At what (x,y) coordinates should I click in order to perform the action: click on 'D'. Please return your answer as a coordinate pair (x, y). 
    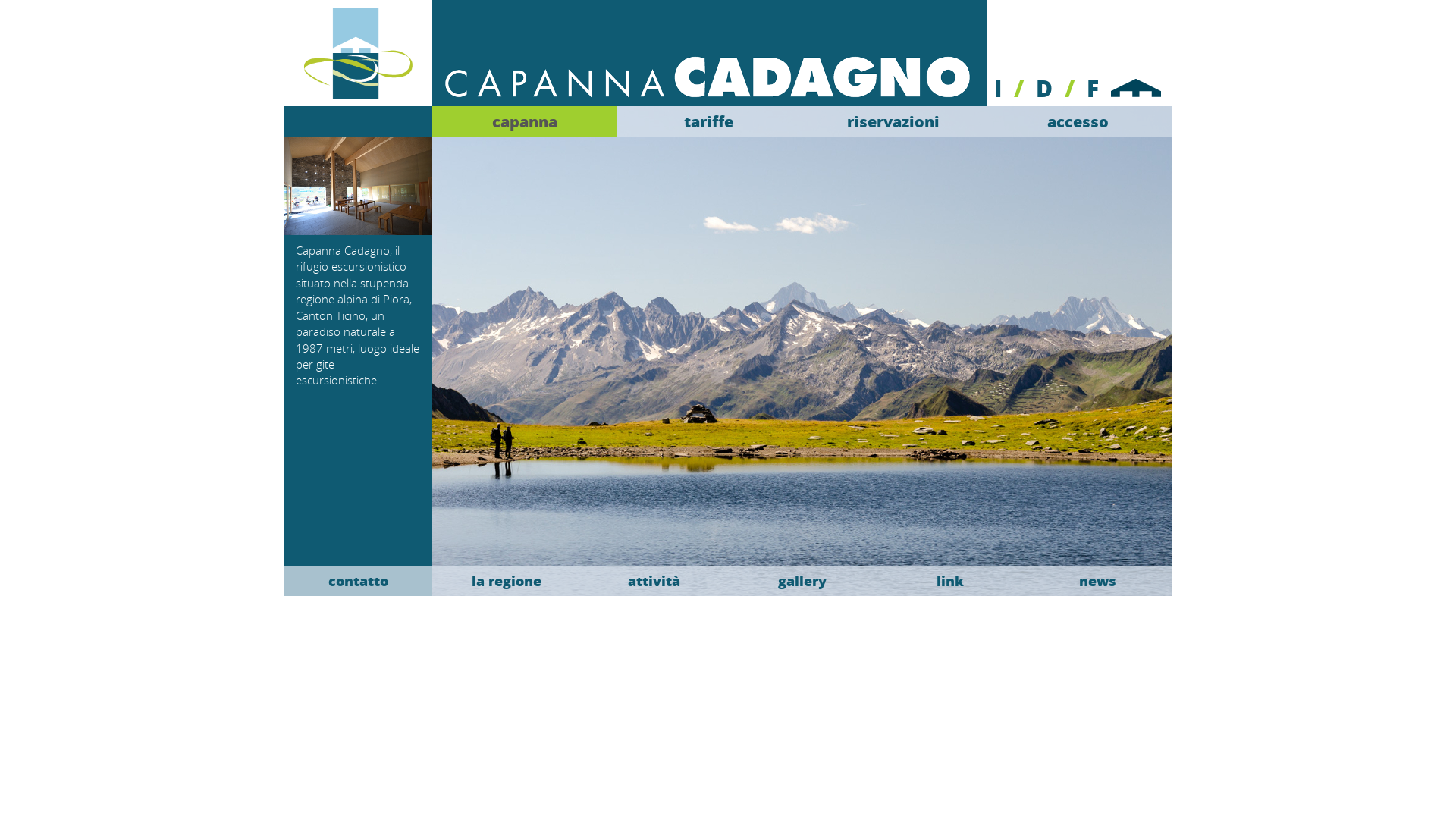
    Looking at the image, I should click on (1043, 87).